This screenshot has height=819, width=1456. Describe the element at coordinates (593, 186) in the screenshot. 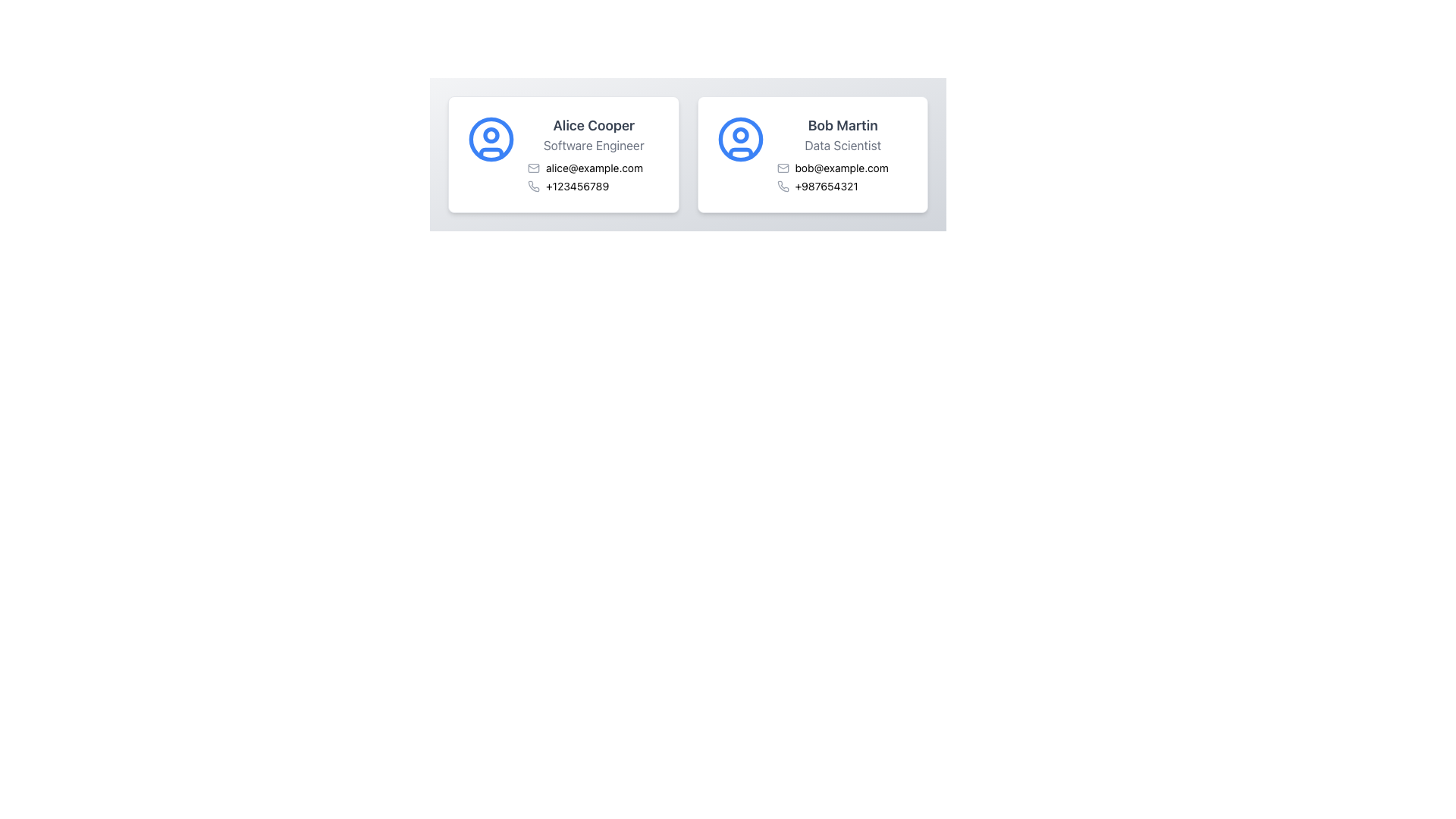

I see `the text component displaying the phone number '+123456789' located within the contact card of 'Alice Cooper', positioned below the email address 'alice@example.com'` at that location.